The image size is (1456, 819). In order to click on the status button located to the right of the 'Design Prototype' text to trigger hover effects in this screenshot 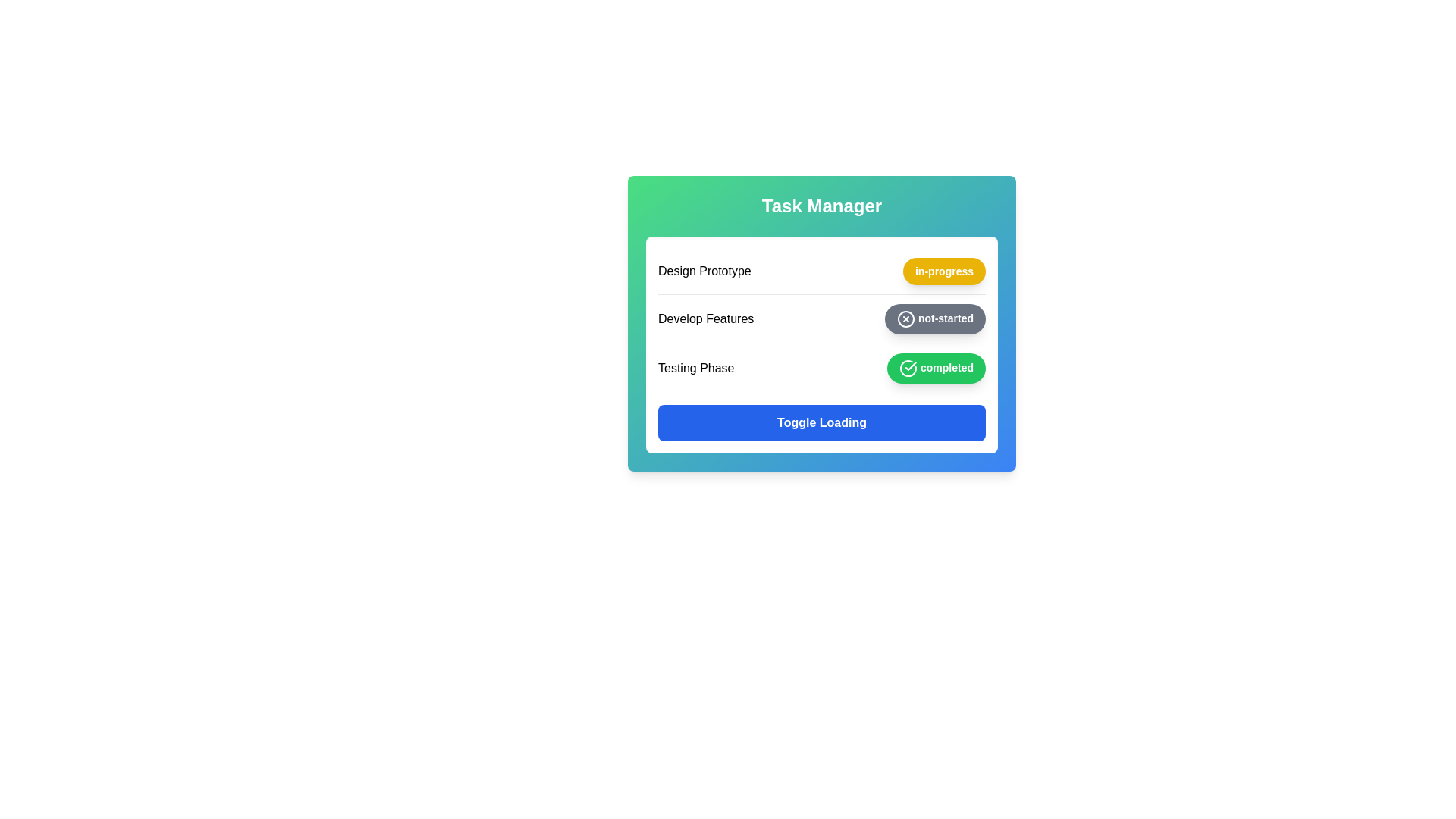, I will do `click(943, 271)`.